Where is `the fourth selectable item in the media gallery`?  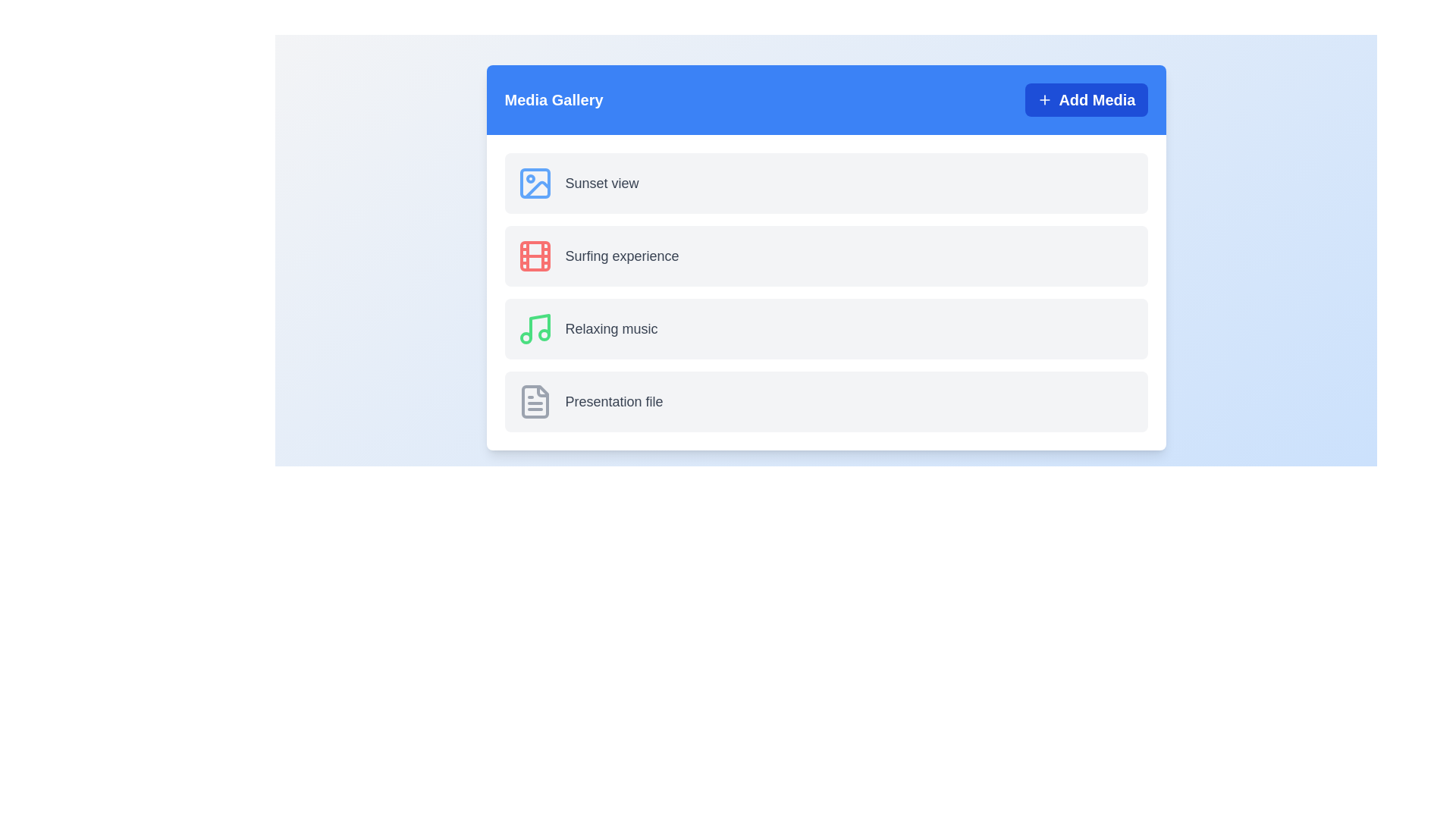 the fourth selectable item in the media gallery is located at coordinates (825, 400).